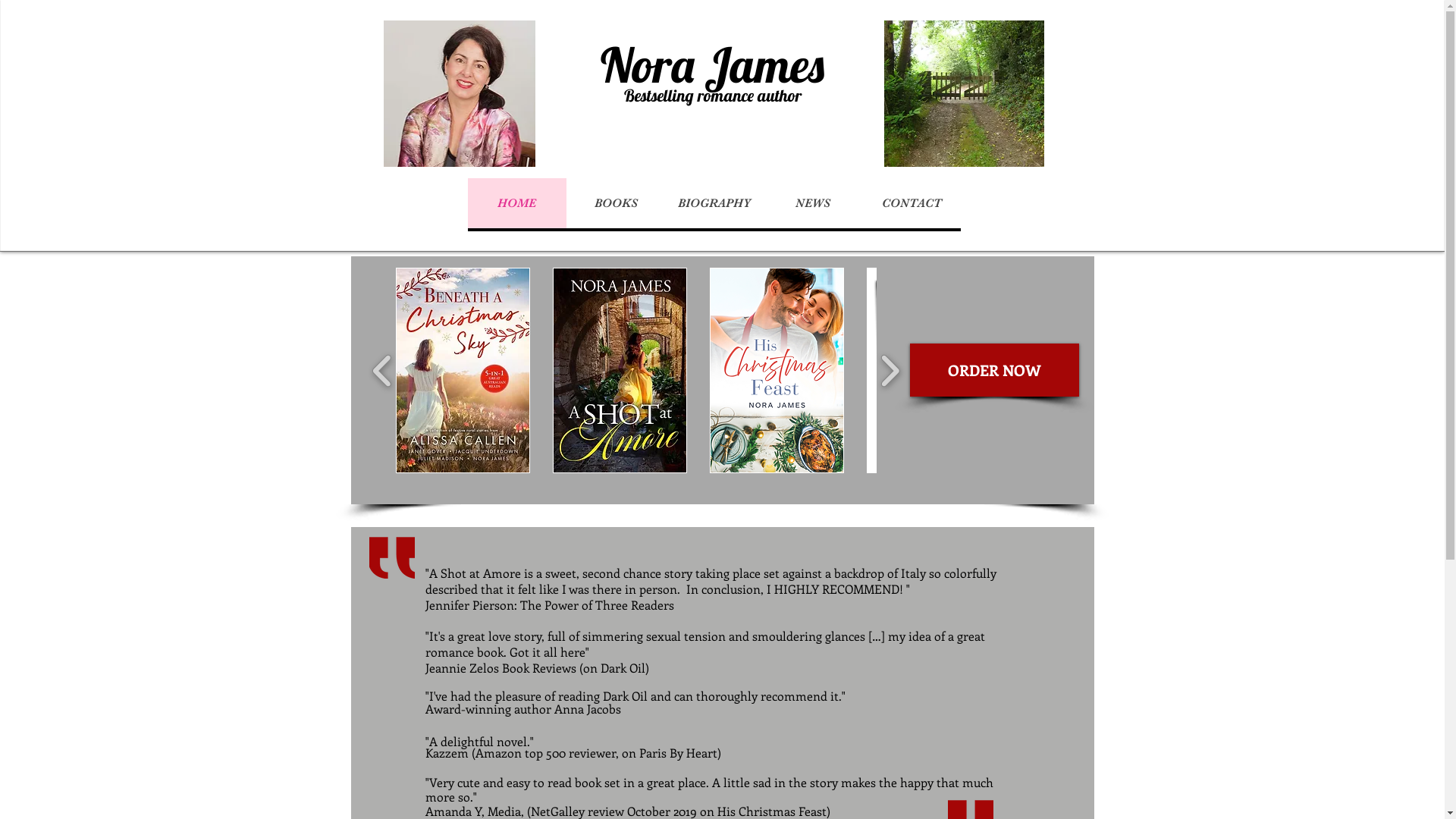 The image size is (1456, 819). Describe the element at coordinates (548, 604) in the screenshot. I see `'Jennifer Pierson: The Power of Three Readers'` at that location.